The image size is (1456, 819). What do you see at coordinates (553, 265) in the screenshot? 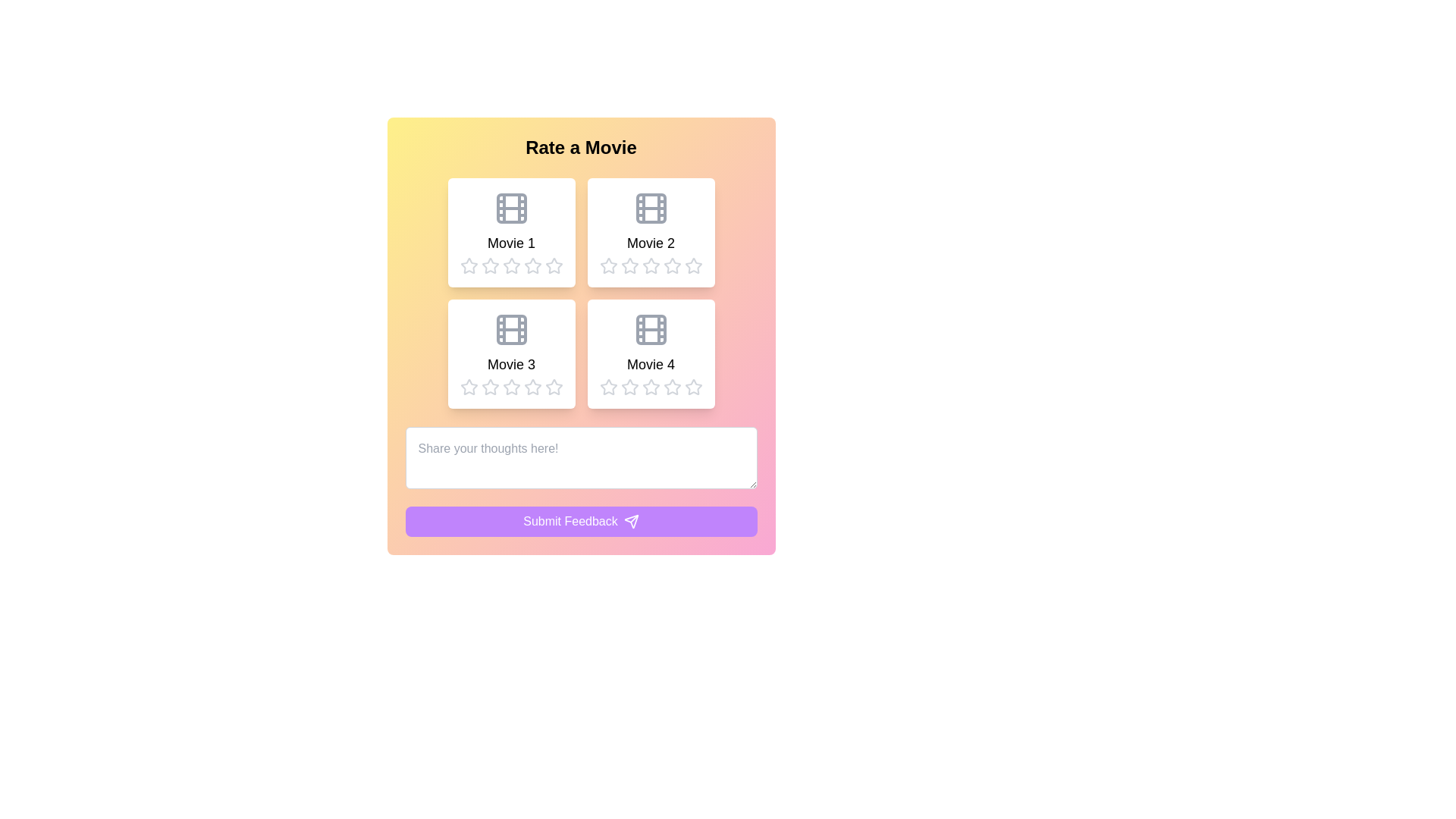
I see `the 4th star icon in the rating system for 'Movie 1'` at bounding box center [553, 265].